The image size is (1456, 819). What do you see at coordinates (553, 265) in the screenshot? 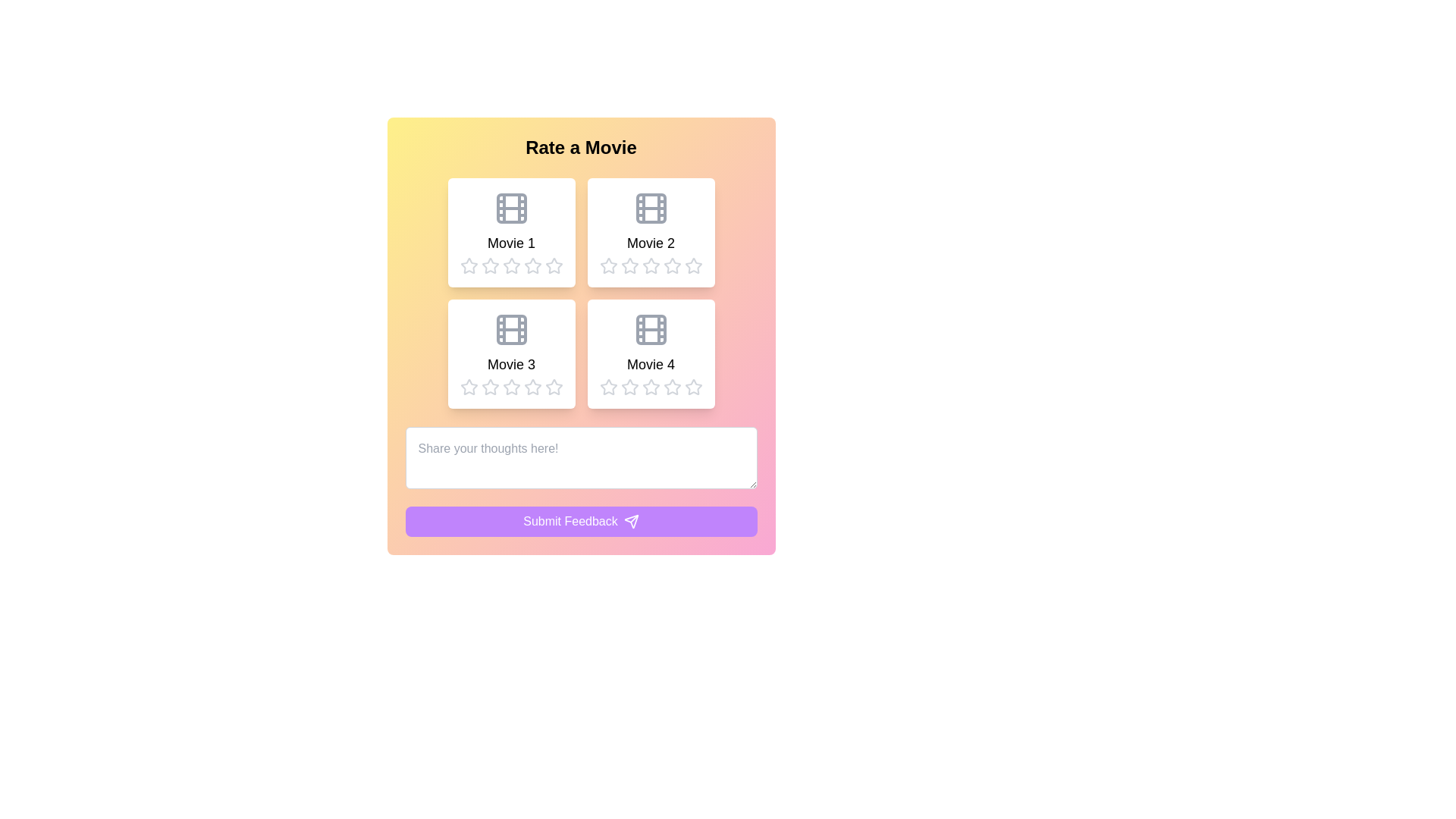
I see `the 4th star icon in the rating system for 'Movie 1'` at bounding box center [553, 265].